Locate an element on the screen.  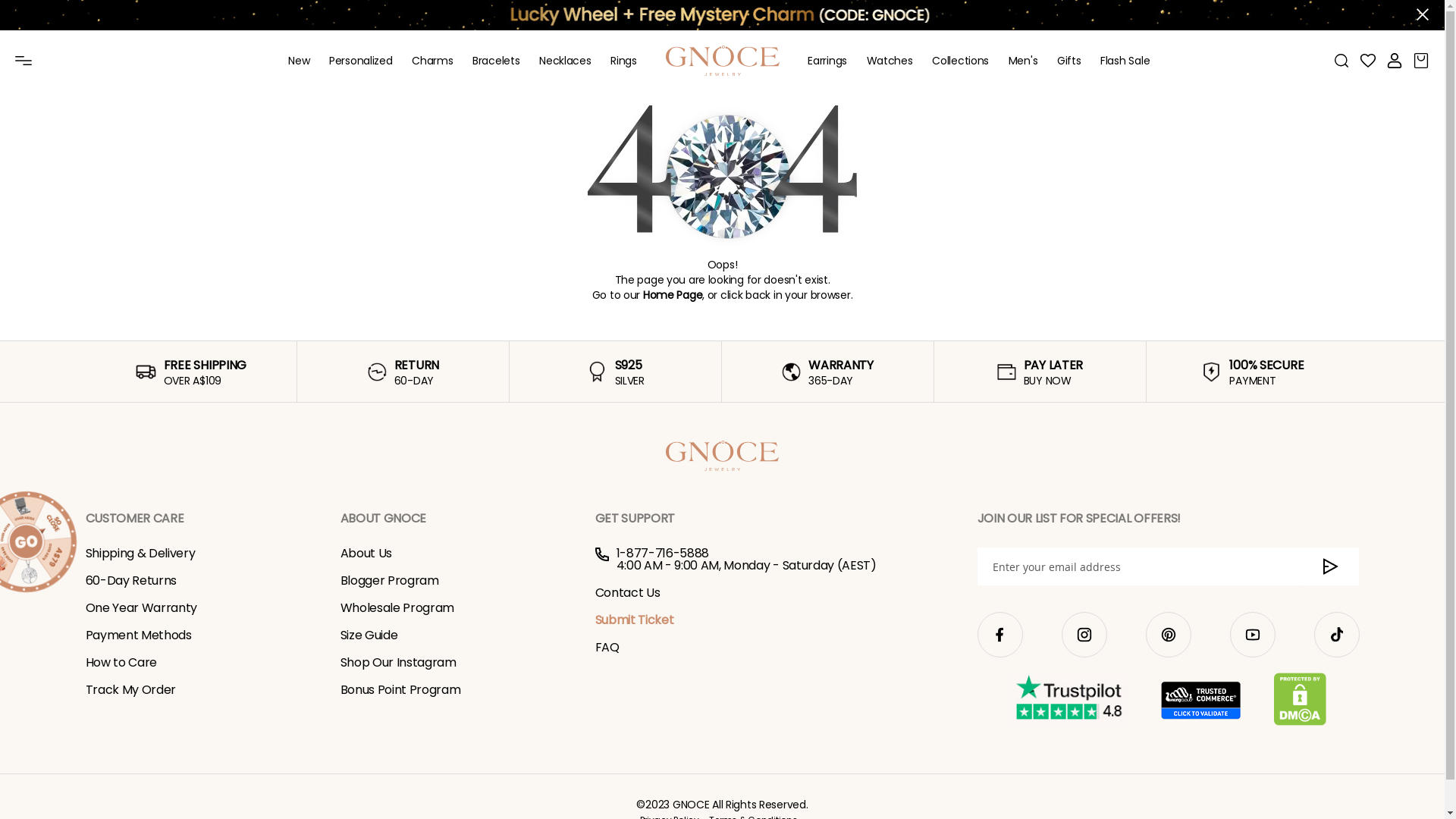
'Charms' is located at coordinates (411, 60).